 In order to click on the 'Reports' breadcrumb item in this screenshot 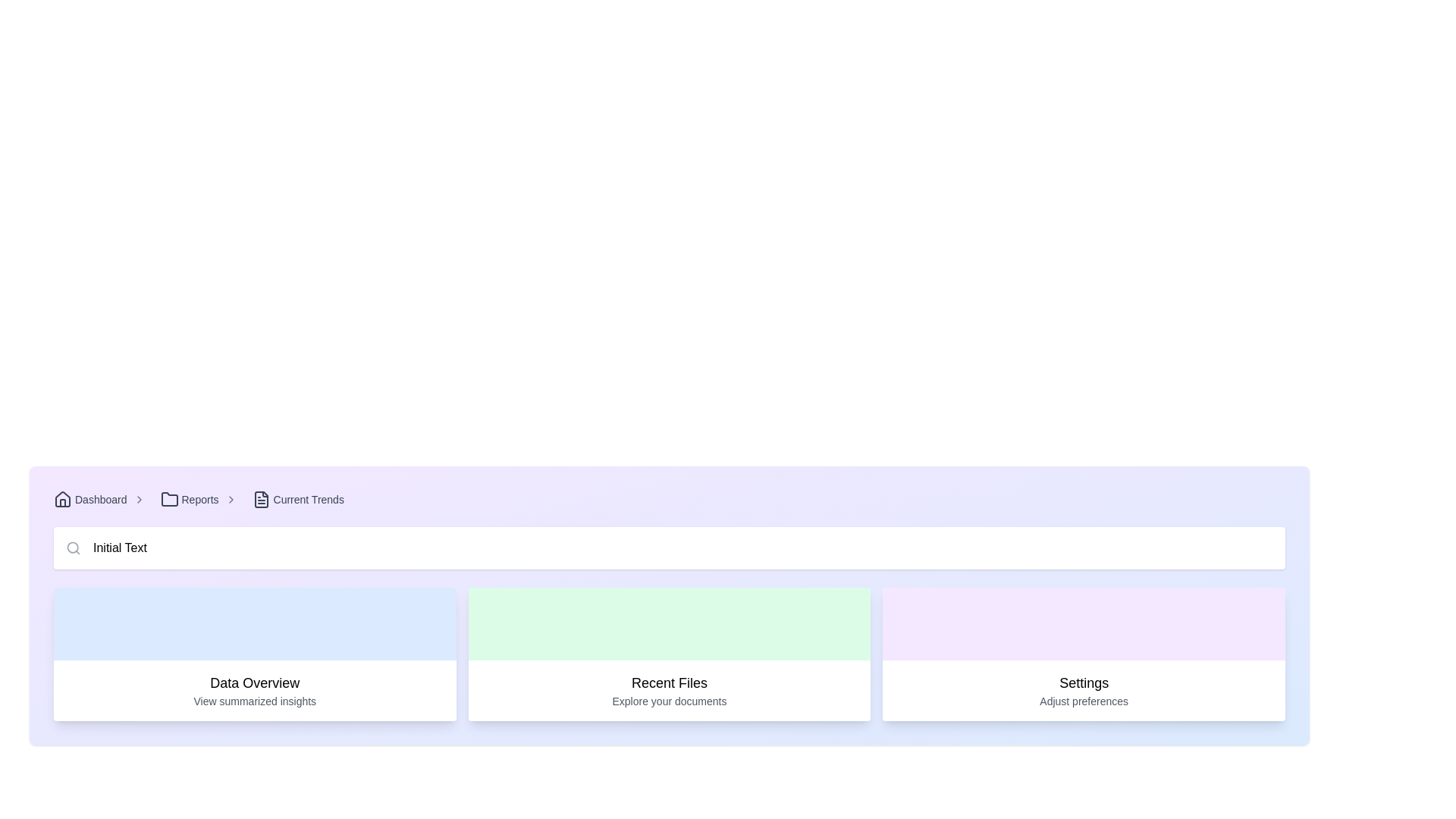, I will do `click(200, 500)`.